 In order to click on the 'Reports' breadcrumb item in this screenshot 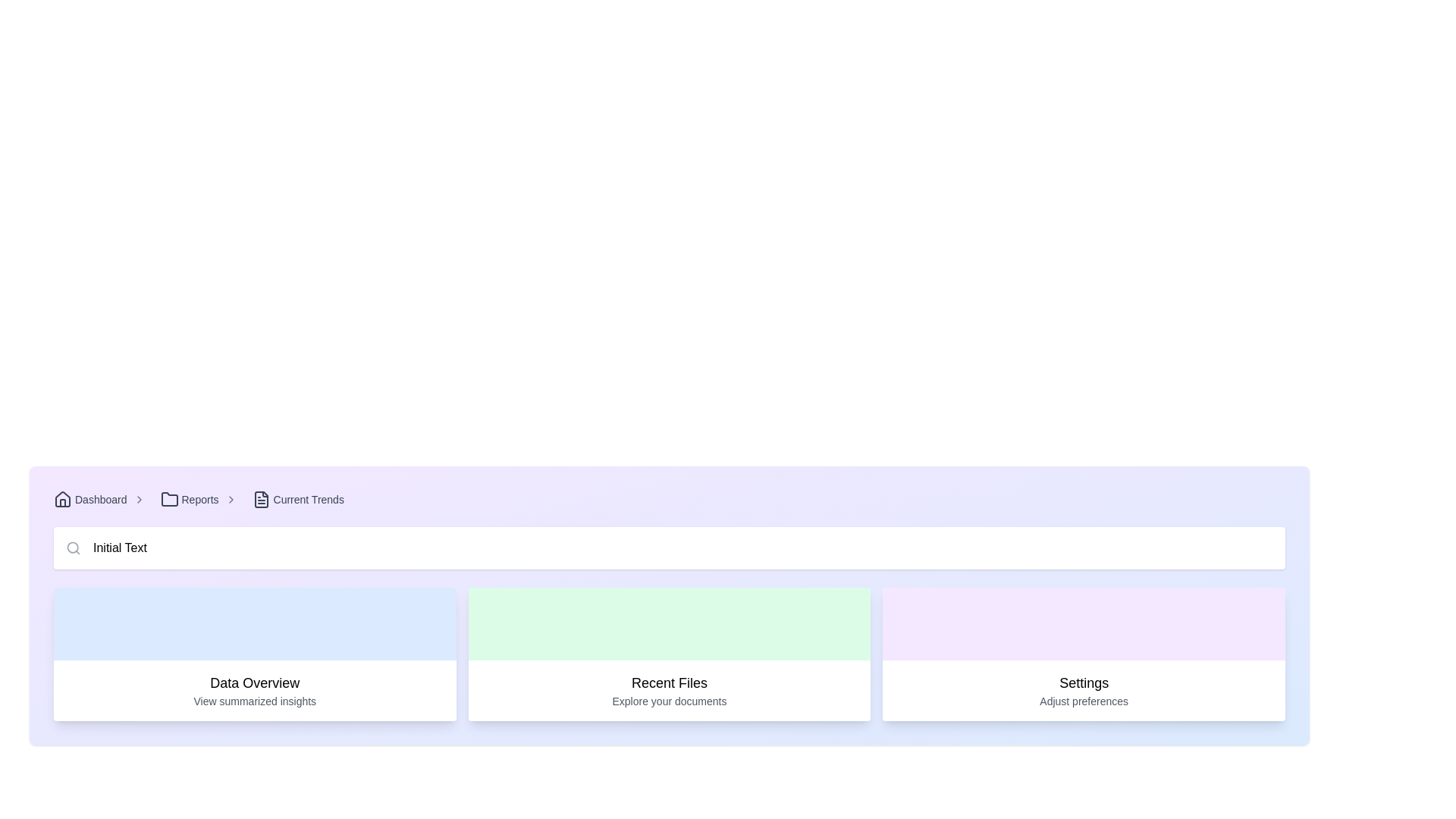, I will do `click(200, 500)`.